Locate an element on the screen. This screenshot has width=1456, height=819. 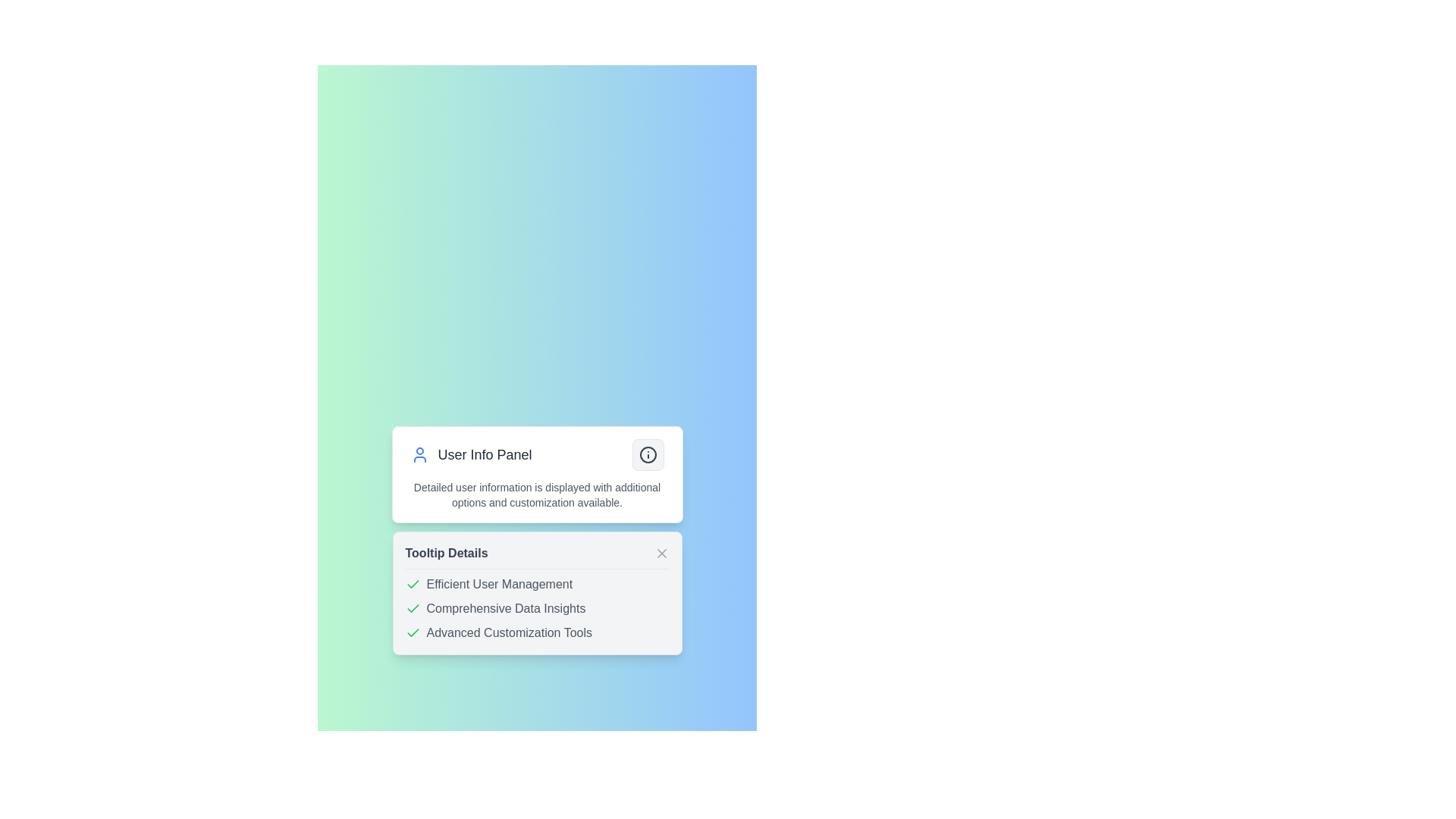
the checkmark icon indicating that 'Comprehensive Data Insights' is active, to interact with its linked functionality is located at coordinates (413, 607).